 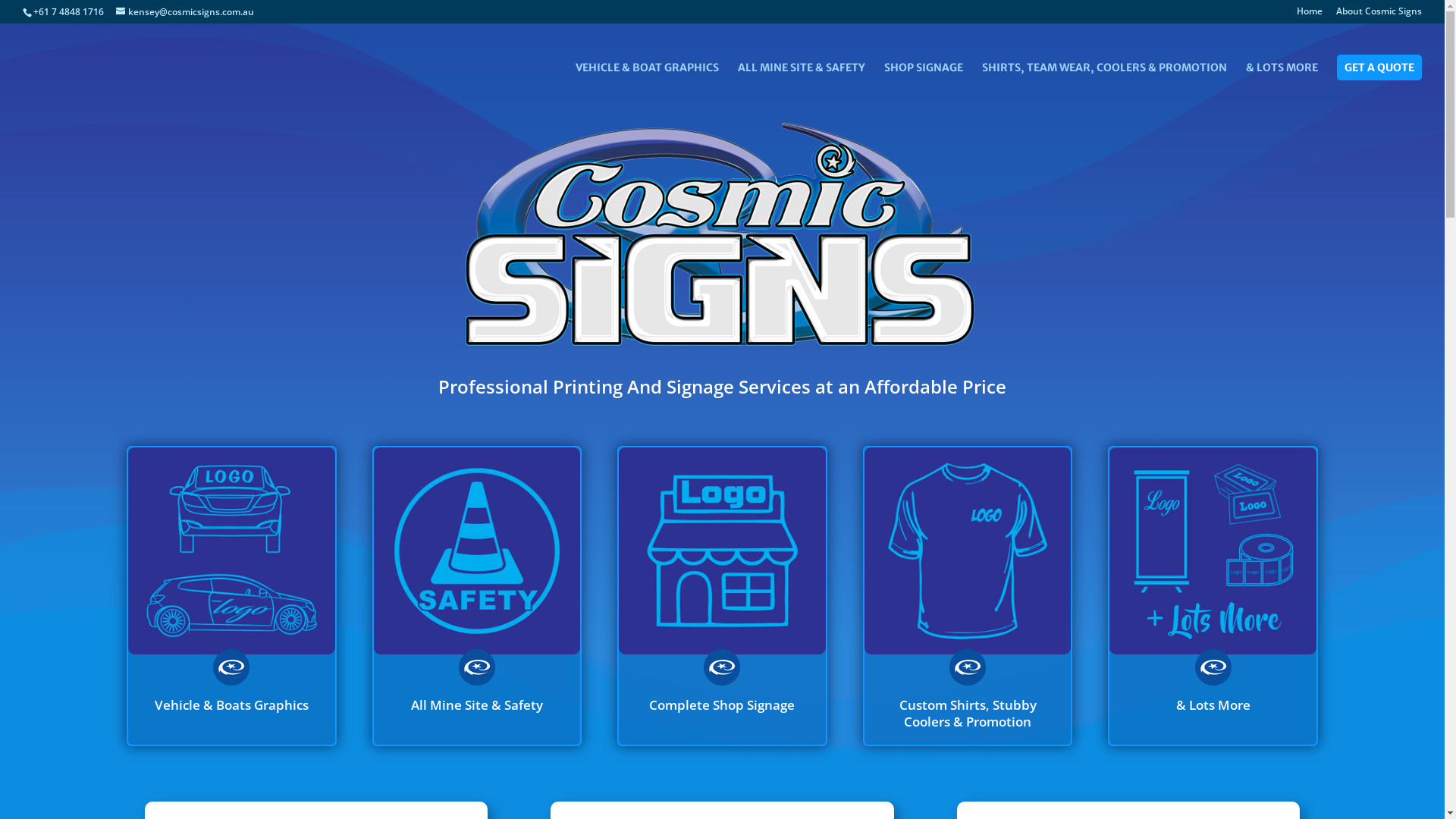 I want to click on 'kensey@cosmicsigns.com.au', so click(x=115, y=11).